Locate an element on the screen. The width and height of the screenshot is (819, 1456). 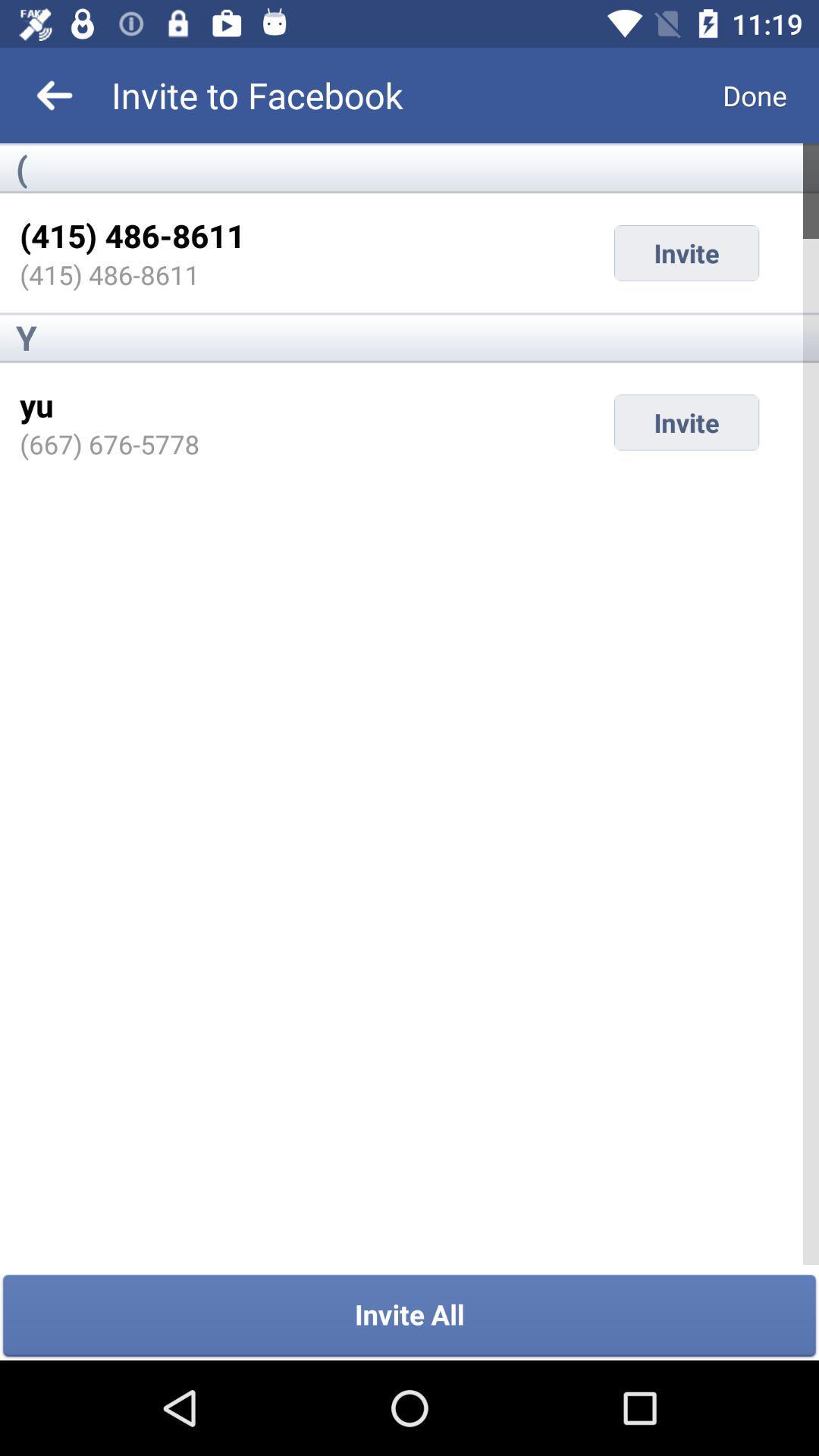
the done item is located at coordinates (755, 94).